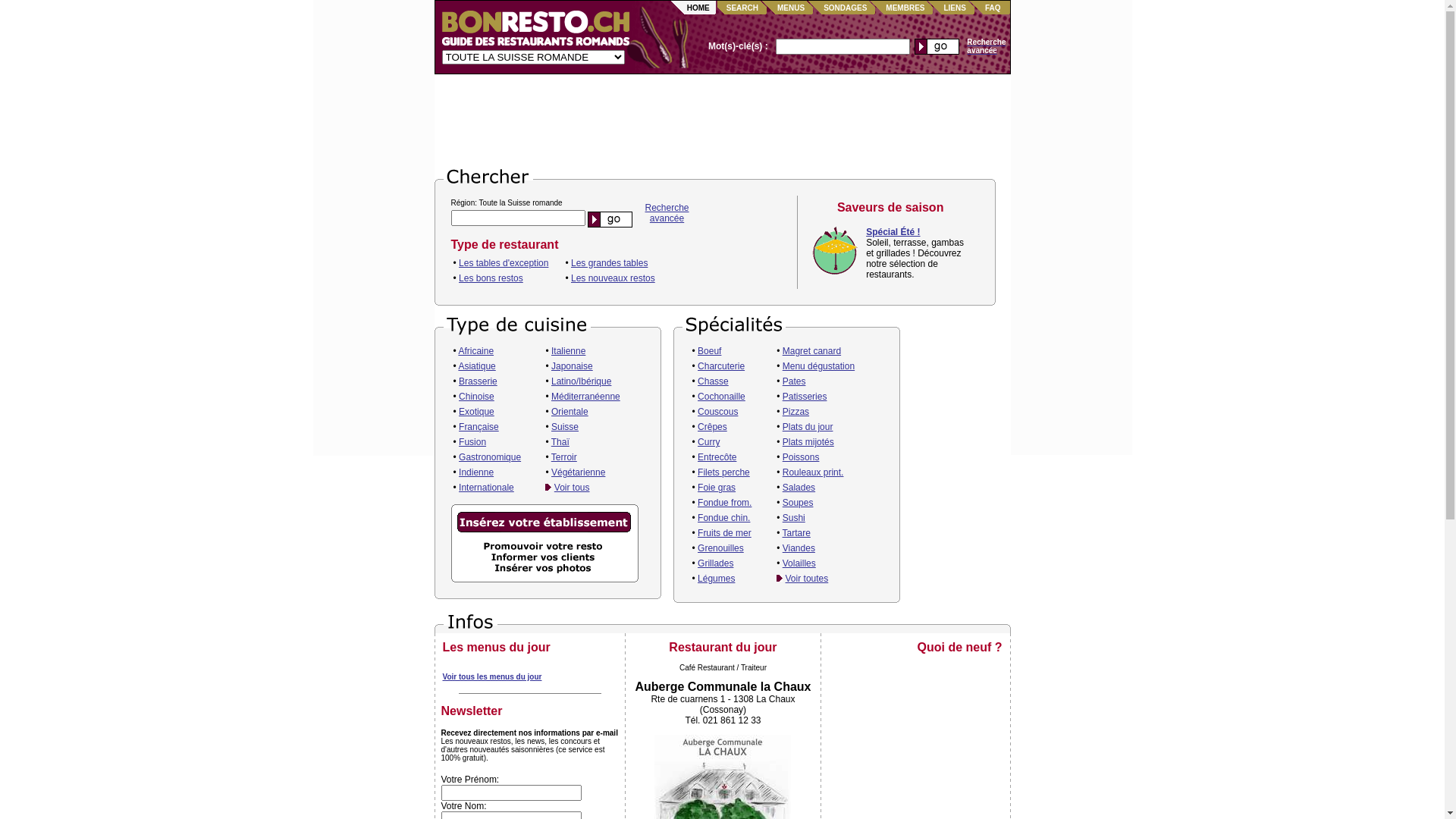 Image resolution: width=1456 pixels, height=819 pixels. I want to click on 'Suisse', so click(550, 427).